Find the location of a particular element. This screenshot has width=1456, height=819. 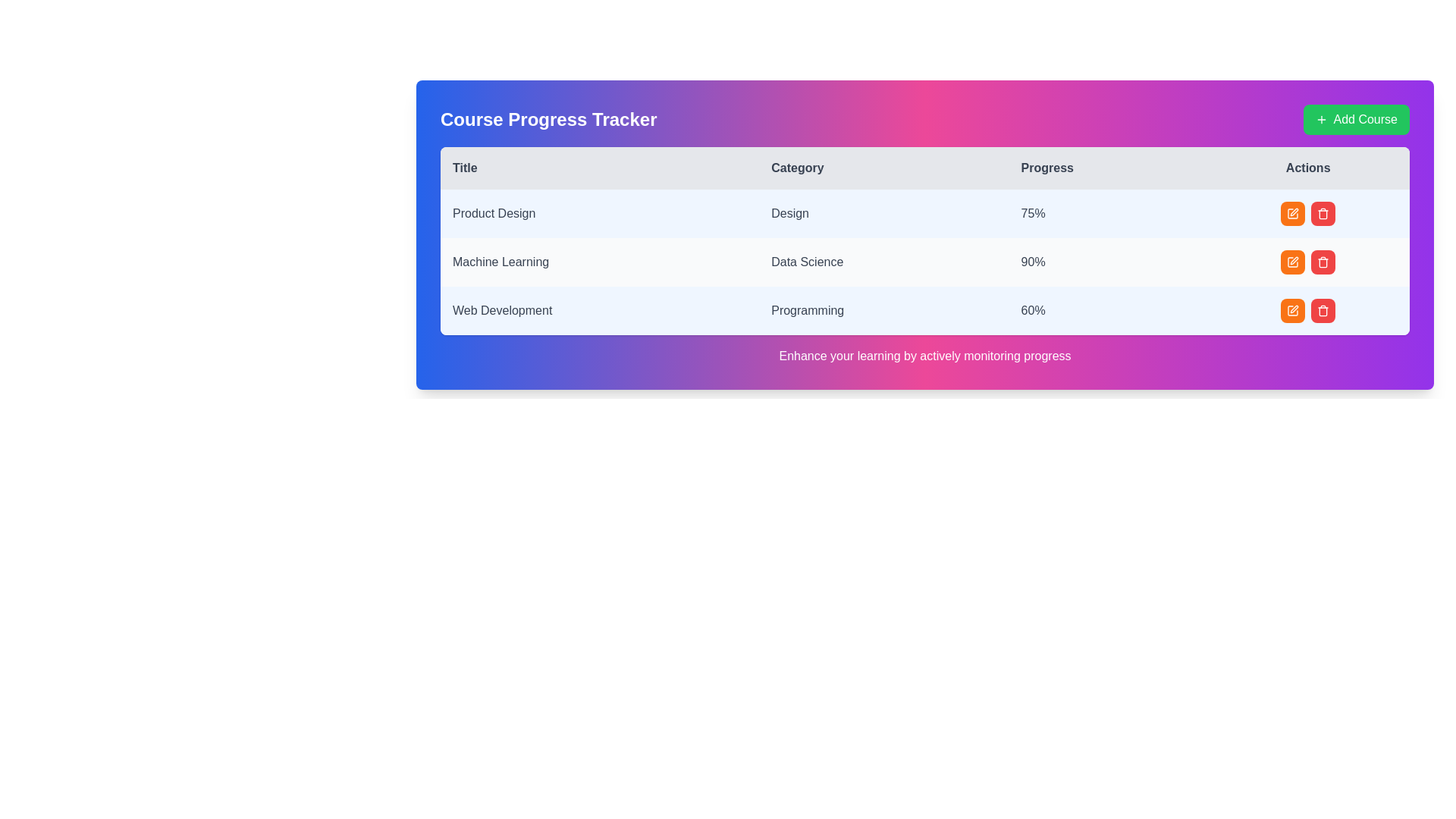

the first edit button in the 'Actions' column of the table corresponding to the 'Product Design' row is located at coordinates (1292, 213).